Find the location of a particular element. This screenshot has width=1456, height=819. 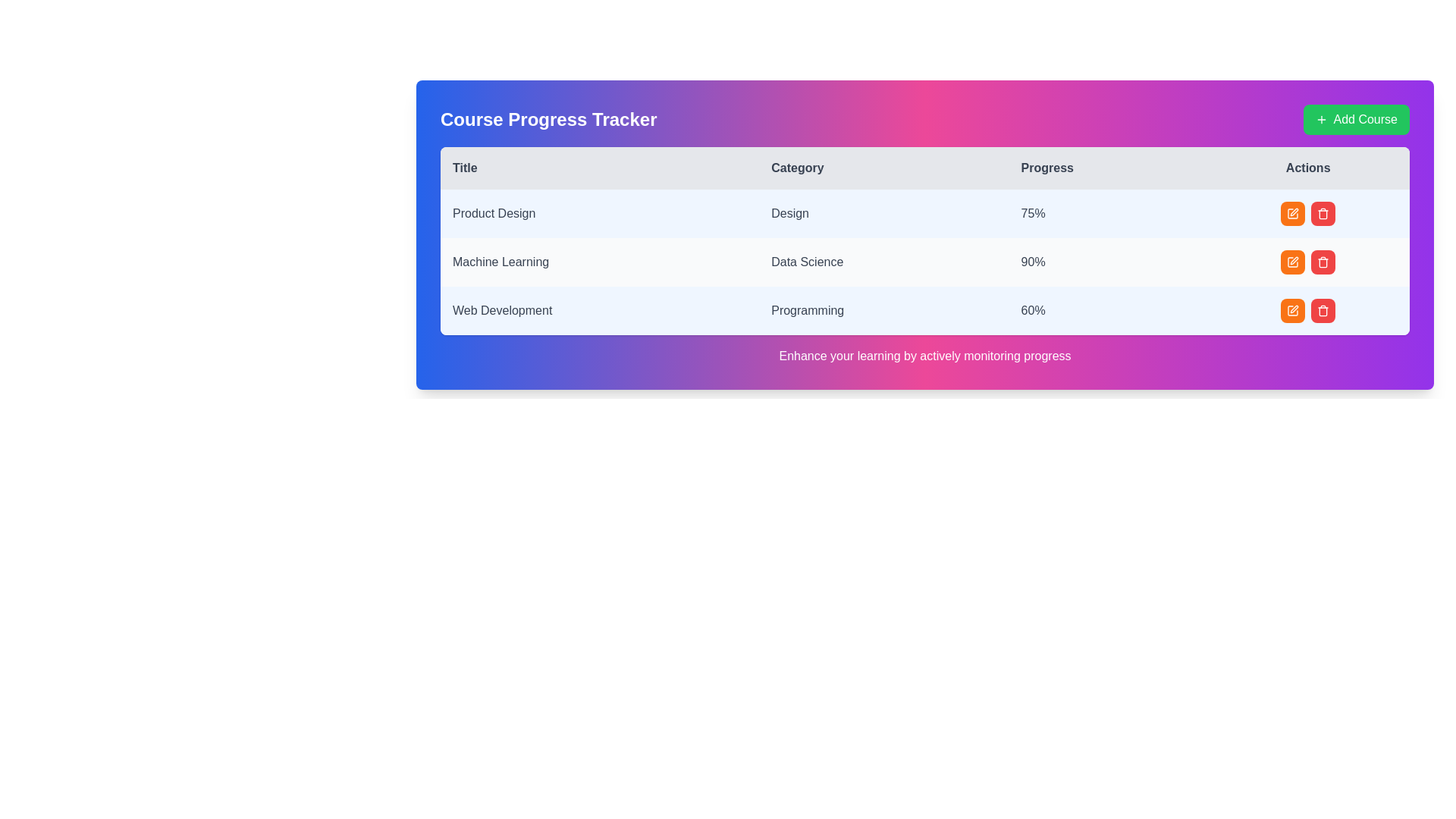

the first edit button in the 'Actions' column of the table corresponding to the 'Product Design' row is located at coordinates (1292, 213).